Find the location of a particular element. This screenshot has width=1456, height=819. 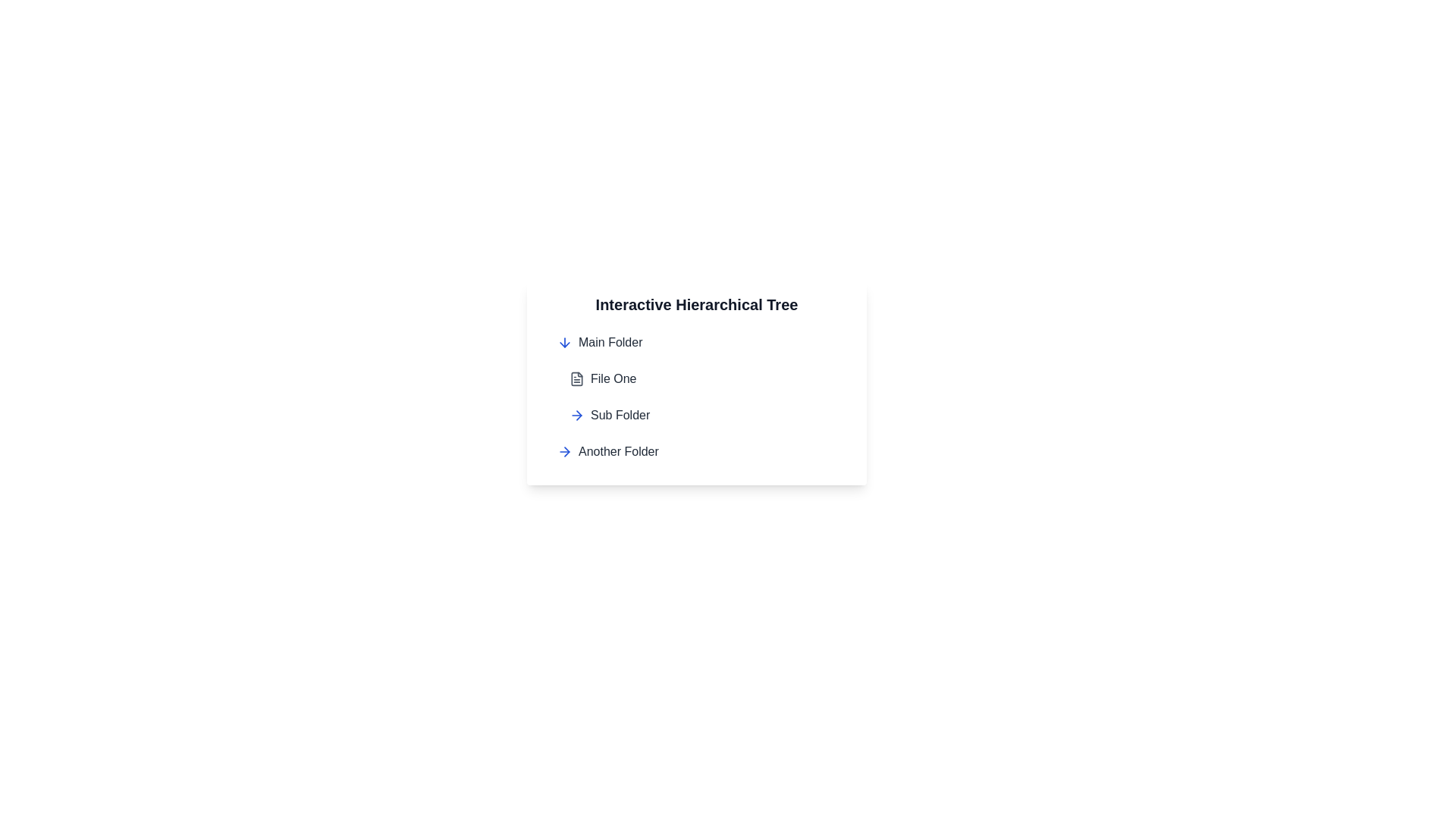

the Heading Text which serves as the title for the hierarchical display of items below it, providing context to the user is located at coordinates (695, 304).